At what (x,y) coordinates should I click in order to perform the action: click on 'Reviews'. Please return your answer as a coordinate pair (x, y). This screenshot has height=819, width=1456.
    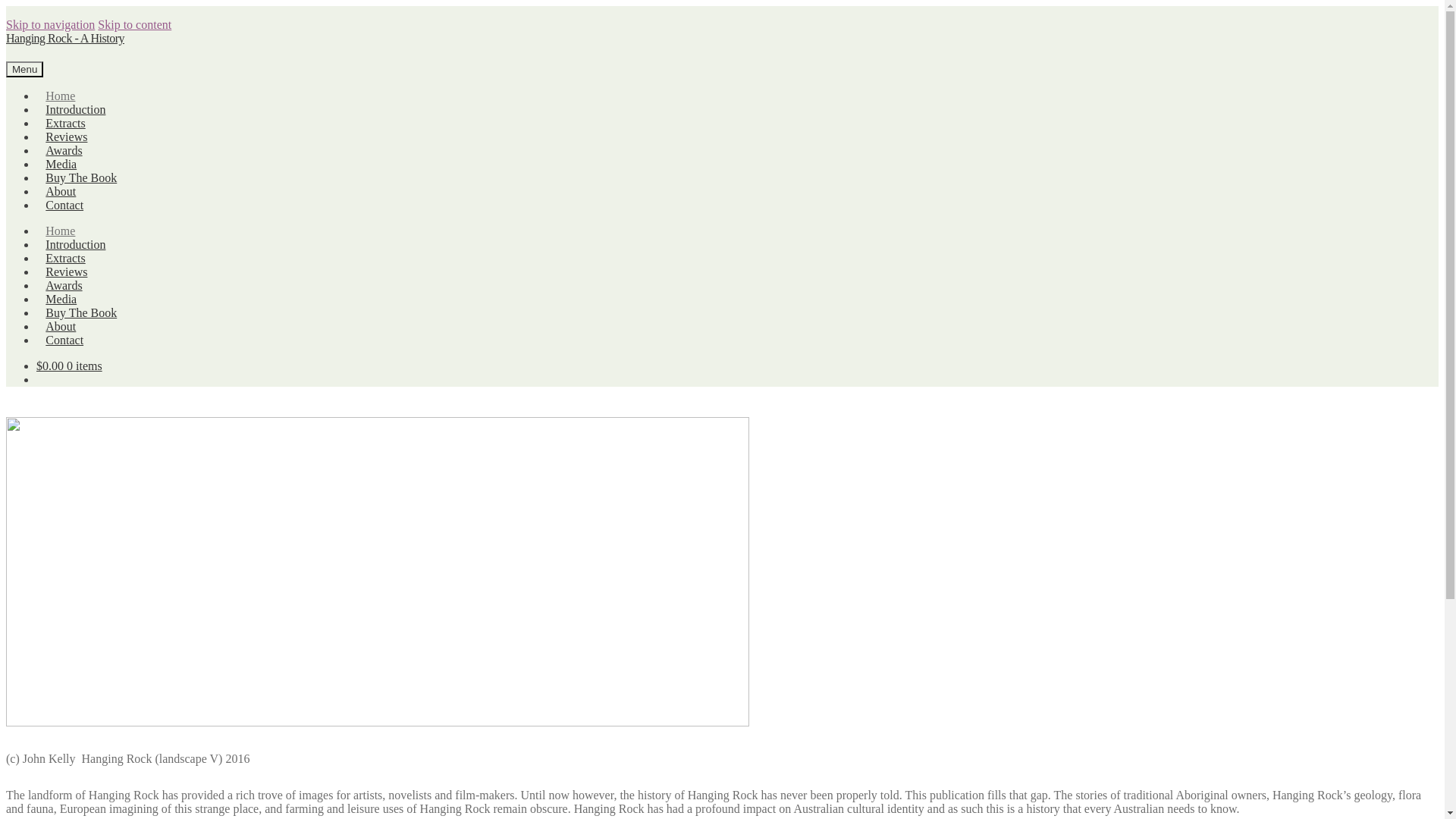
    Looking at the image, I should click on (65, 271).